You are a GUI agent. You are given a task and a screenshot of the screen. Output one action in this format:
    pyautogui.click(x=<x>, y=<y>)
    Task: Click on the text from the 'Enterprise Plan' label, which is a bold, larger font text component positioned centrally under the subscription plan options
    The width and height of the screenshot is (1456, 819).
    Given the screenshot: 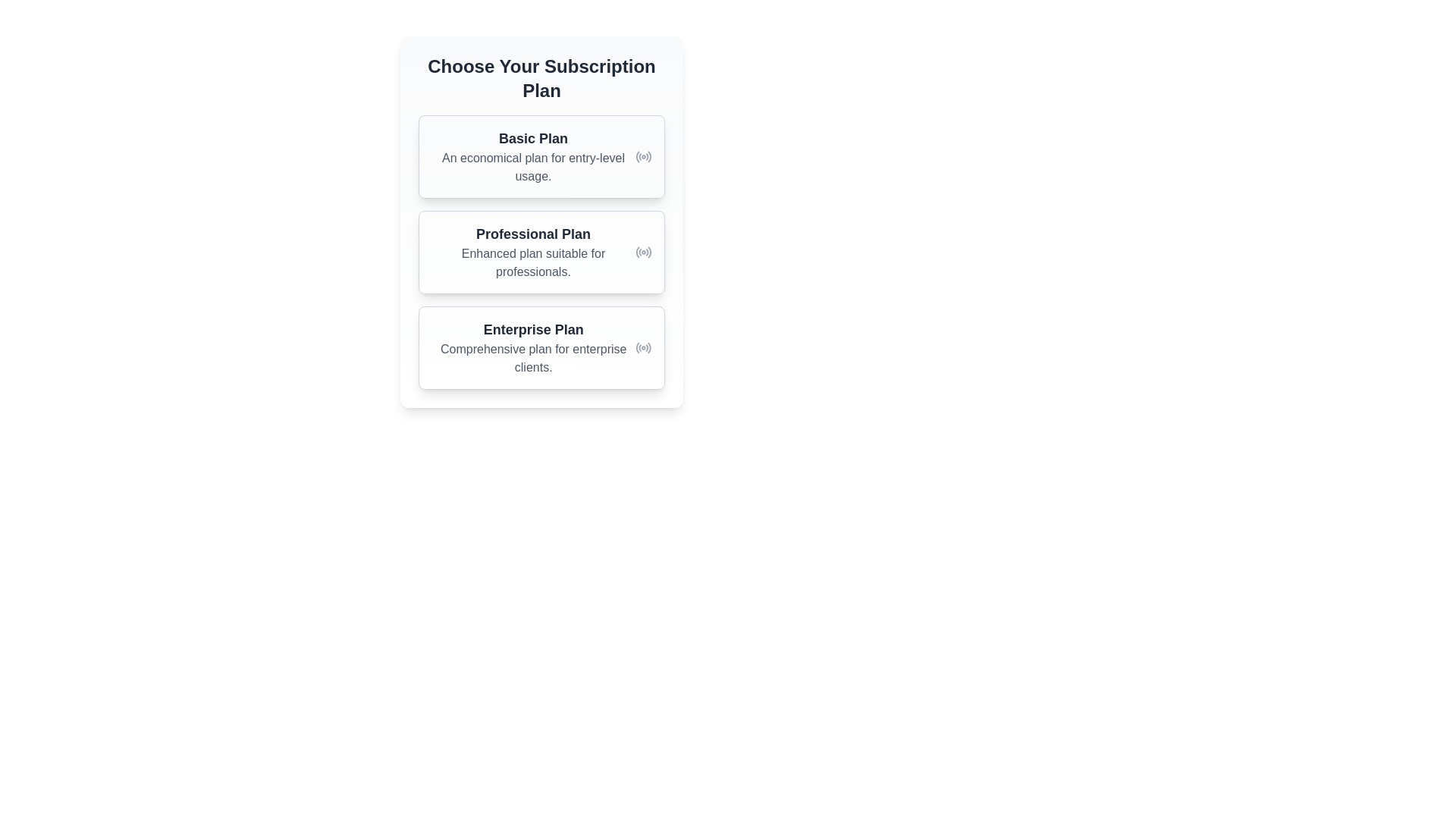 What is the action you would take?
    pyautogui.click(x=533, y=329)
    